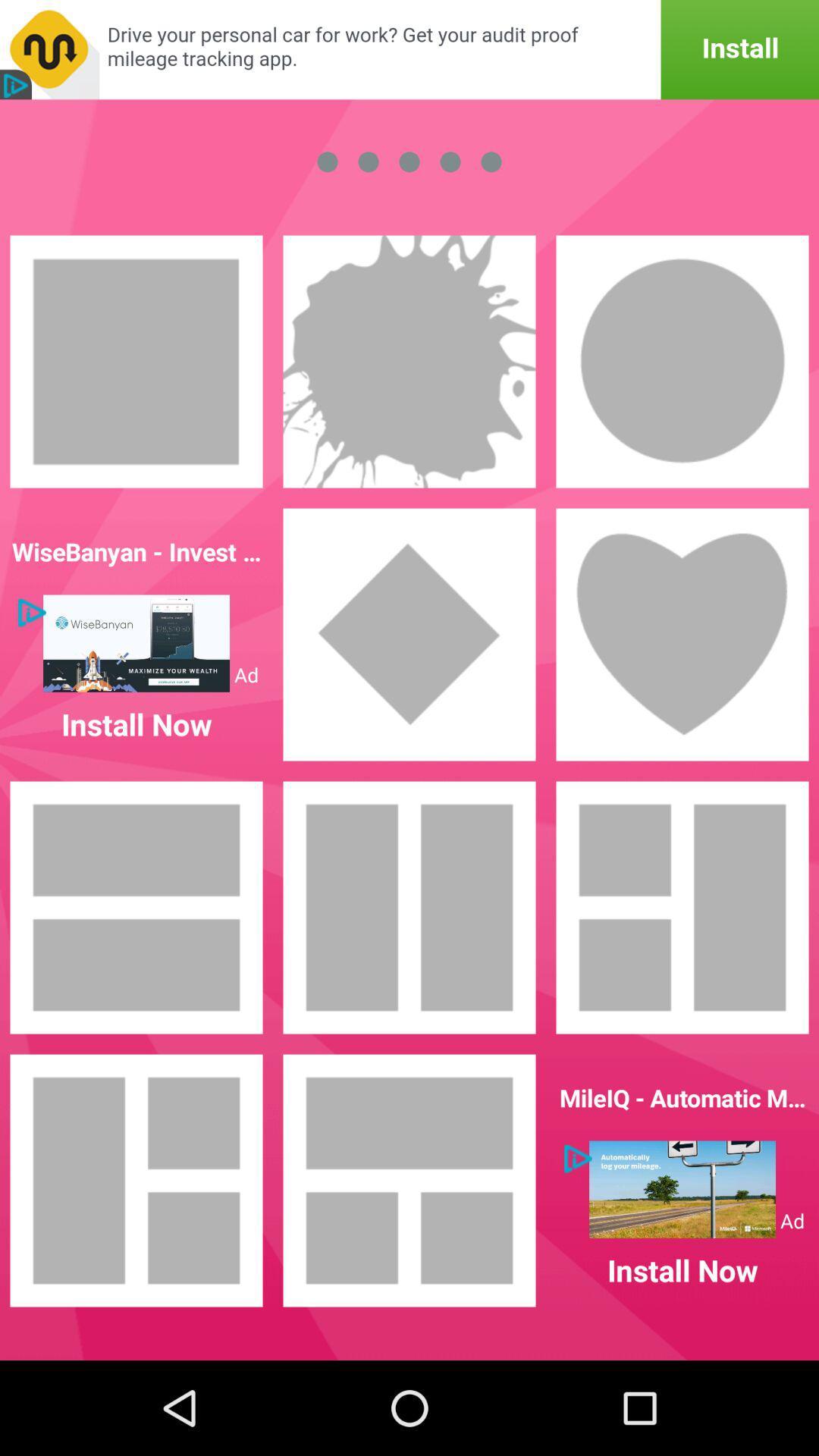  I want to click on choose the circle picture frame, so click(681, 360).